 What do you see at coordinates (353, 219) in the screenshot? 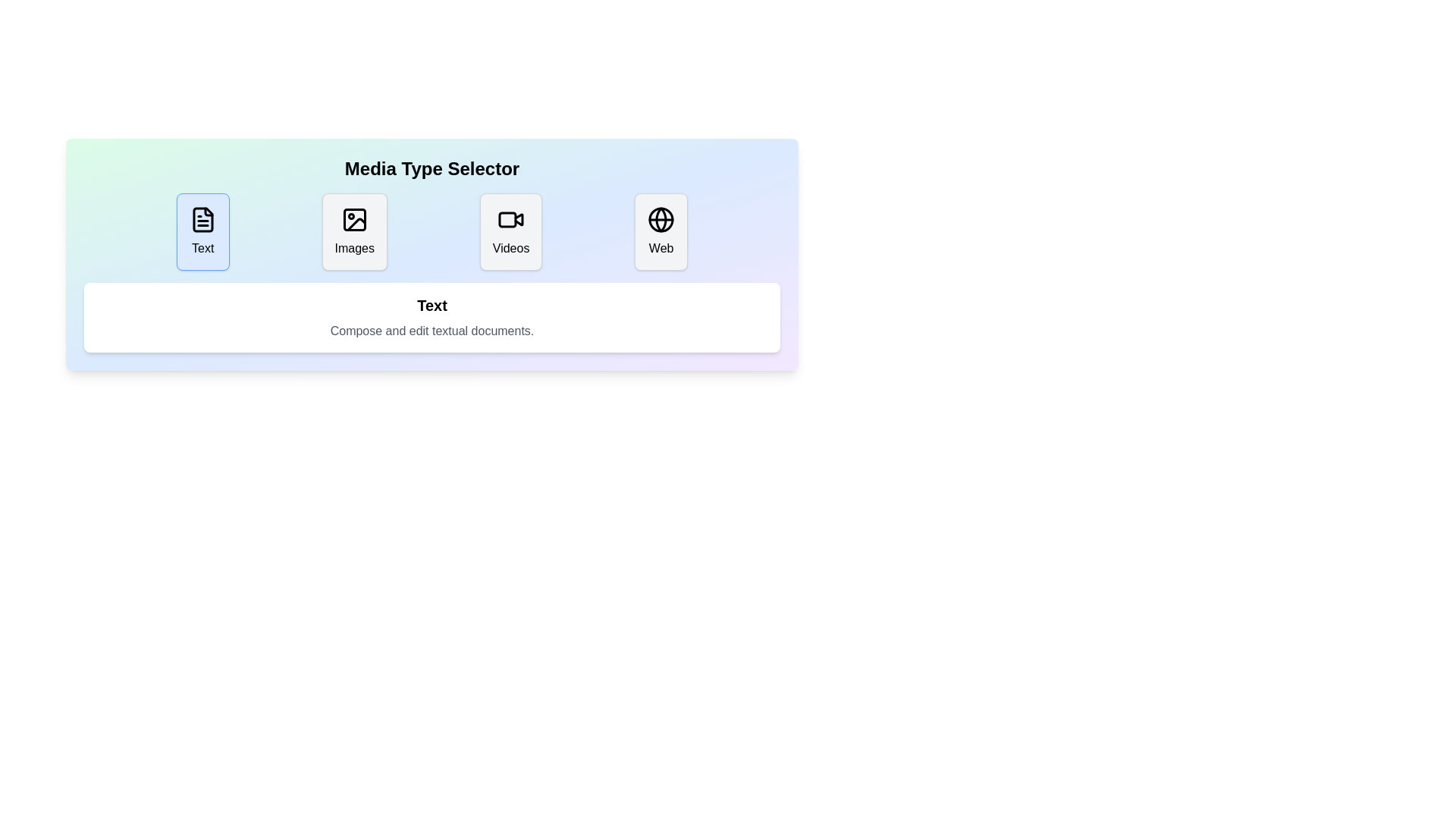
I see `the main rectangular frame within the 'Images' icon in the media selector UI, which is positioned centrally between the 'Text' option on the left and 'Videos' on the right` at bounding box center [353, 219].